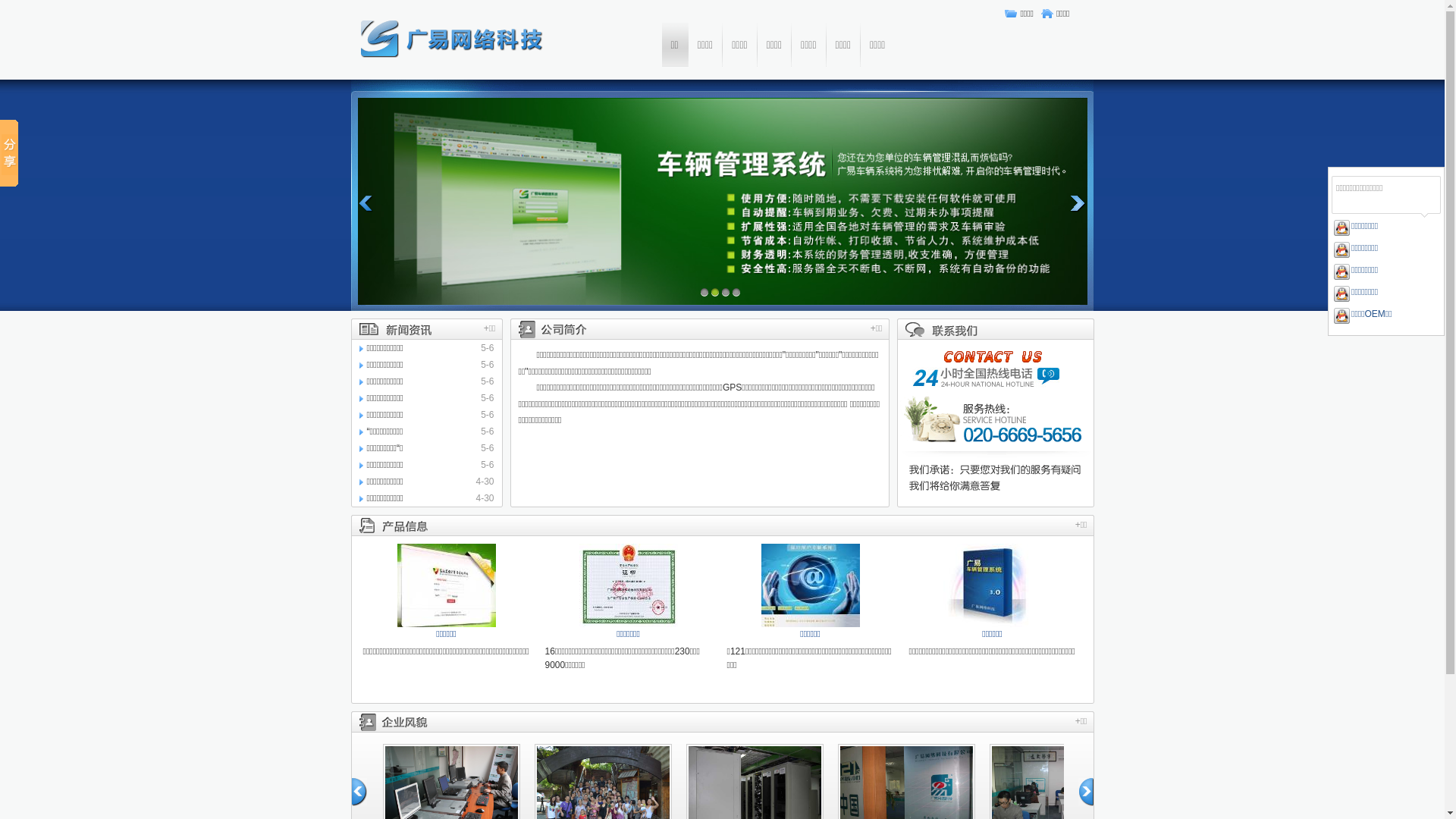 The image size is (1456, 819). What do you see at coordinates (713, 292) in the screenshot?
I see `'2'` at bounding box center [713, 292].